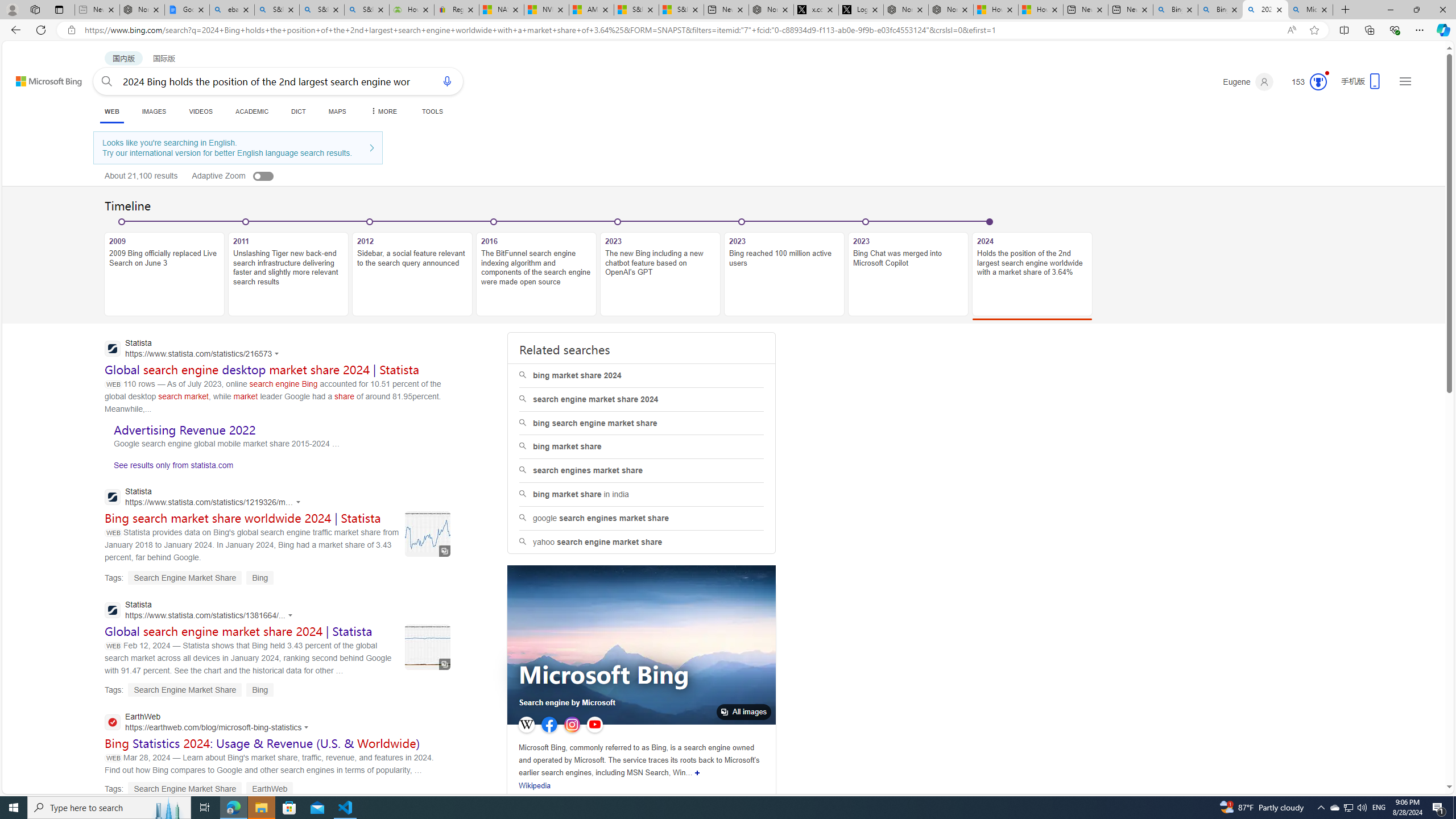  What do you see at coordinates (1423, 753) in the screenshot?
I see `'Search more'` at bounding box center [1423, 753].